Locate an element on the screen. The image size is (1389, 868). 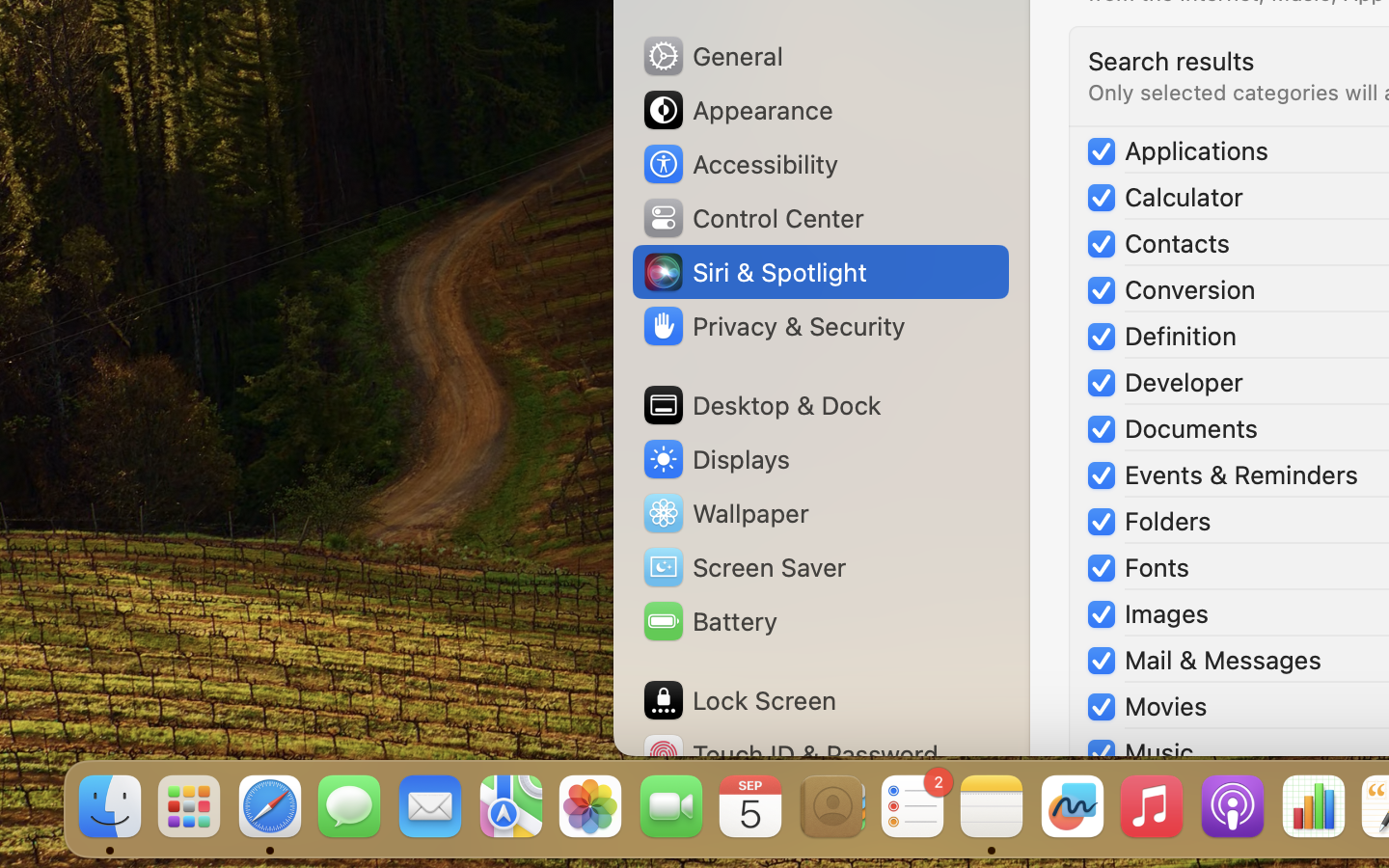
'Touch ID & Password' is located at coordinates (790, 753).